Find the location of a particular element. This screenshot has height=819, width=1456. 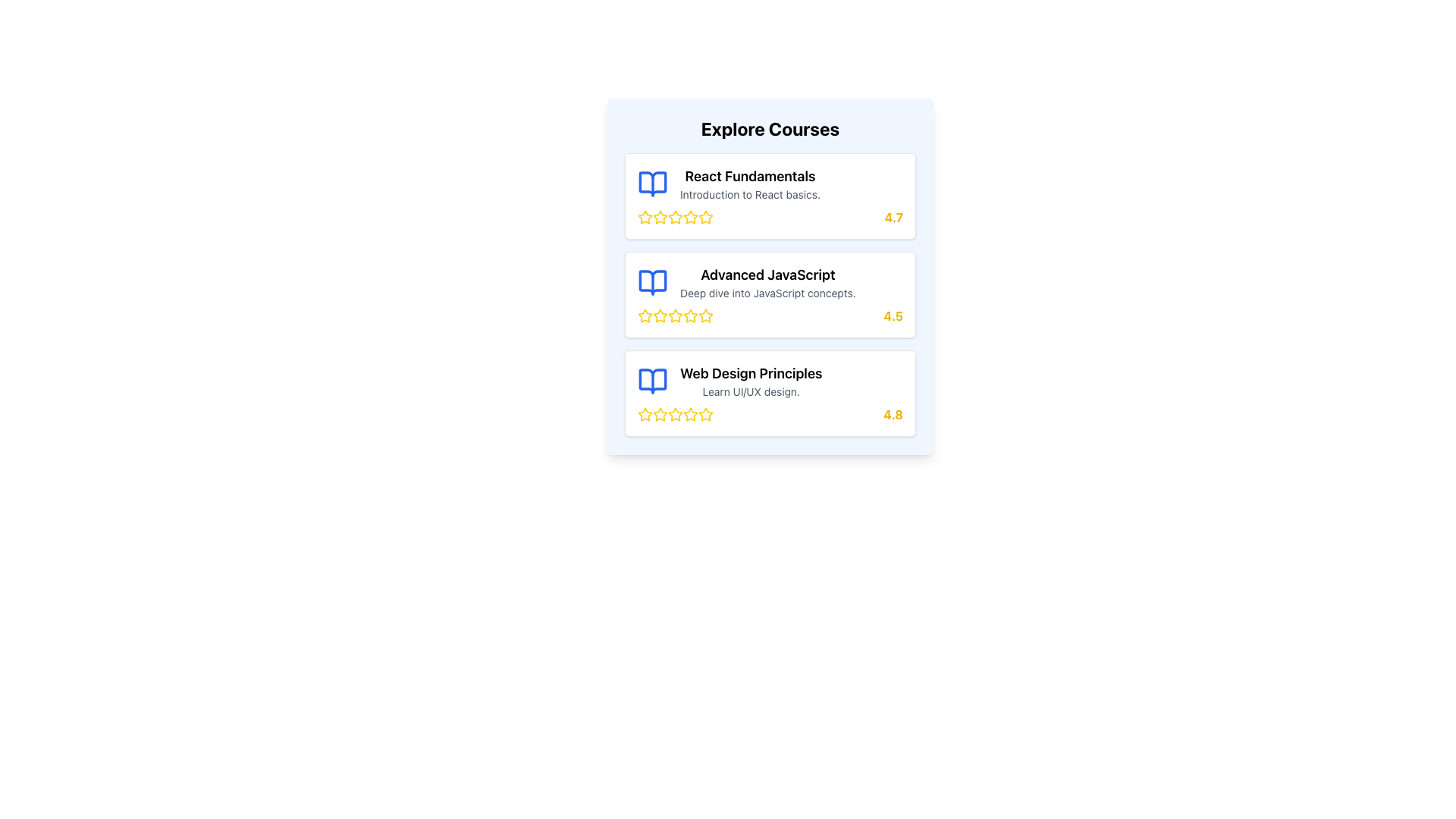

the first star icon in the rating system for the course 'Advanced JavaScript' to set the rating is located at coordinates (645, 315).